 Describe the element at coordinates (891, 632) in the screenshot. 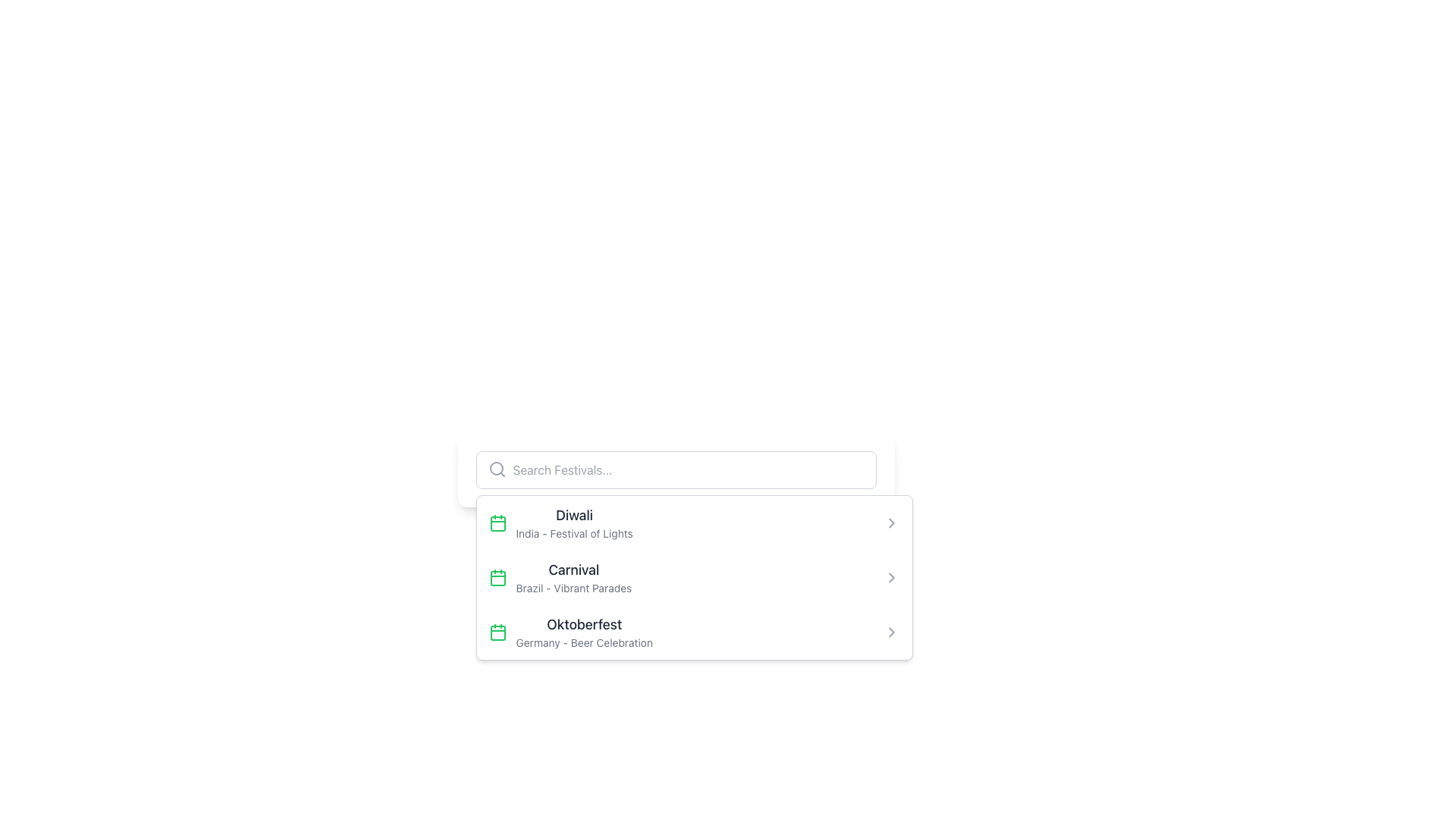

I see `the icon located on the rightmost side of the row labeled 'Oktoberfest Germany - Beer Celebration'` at that location.